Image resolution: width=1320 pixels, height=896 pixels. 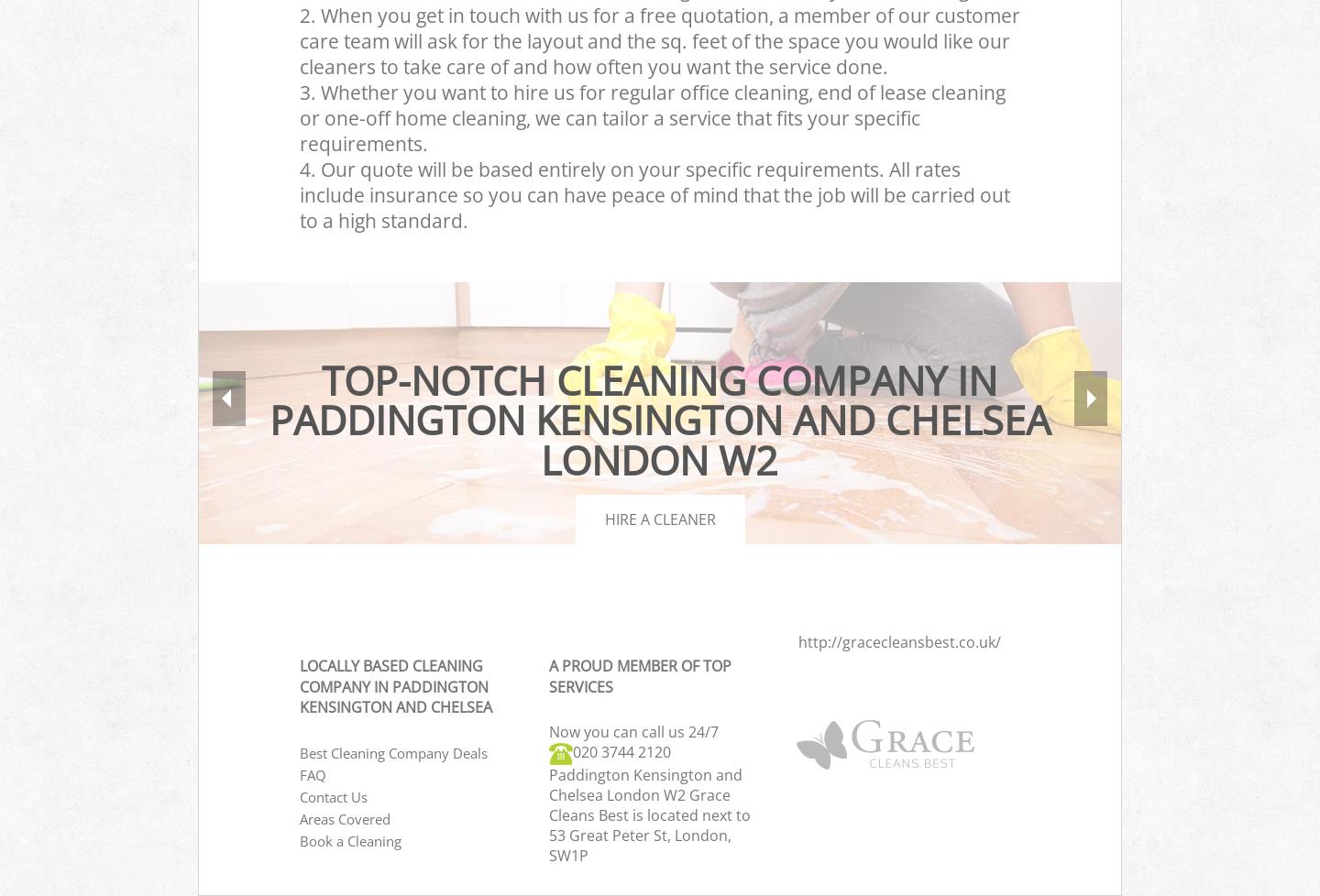 I want to click on 'FAQ', so click(x=300, y=773).